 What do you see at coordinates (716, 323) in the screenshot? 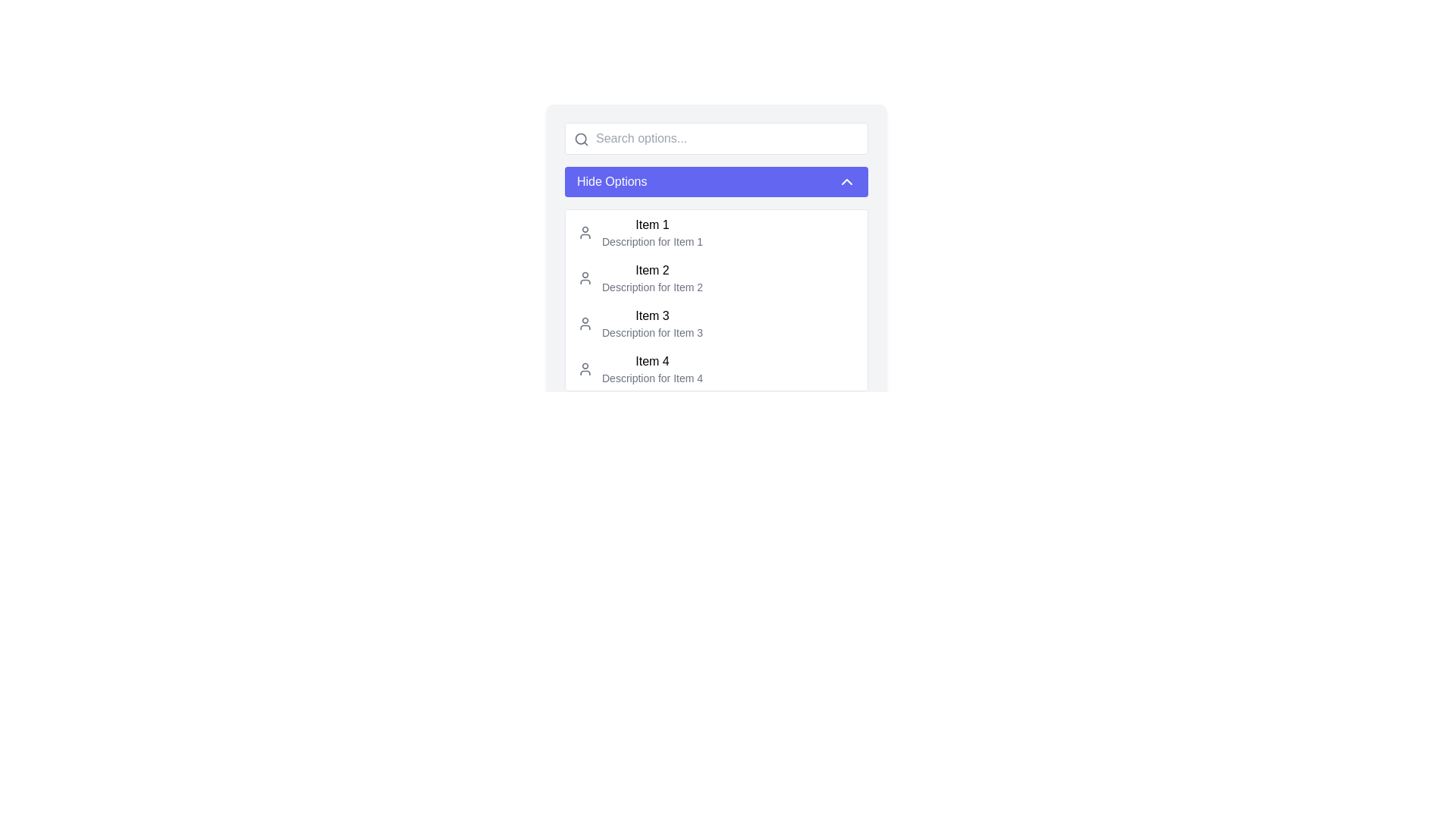
I see `the list item displaying 'Item 3' with a bold title and its description below` at bounding box center [716, 323].